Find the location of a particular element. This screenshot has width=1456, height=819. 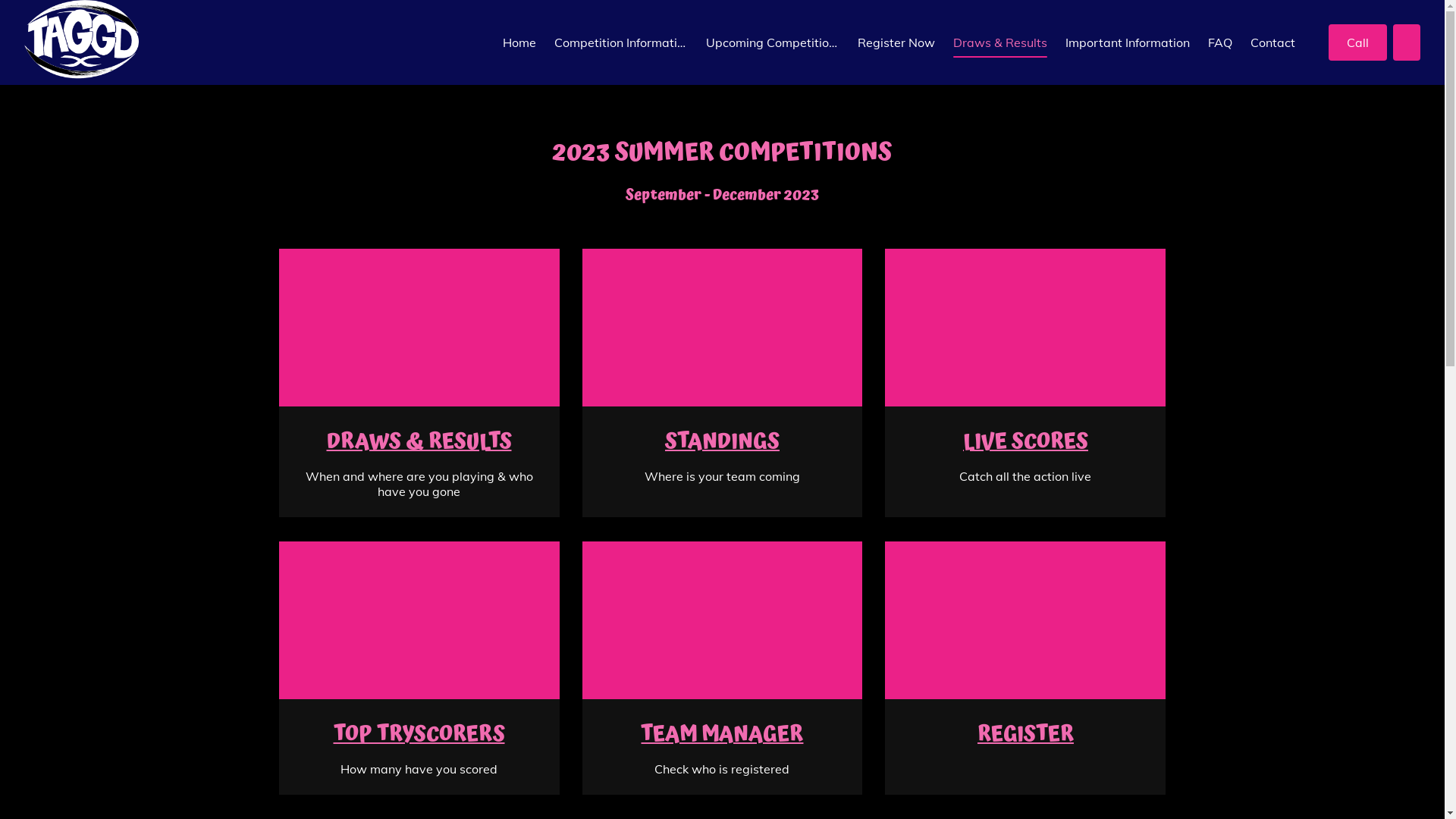

'TEAM MANAGER' is located at coordinates (720, 733).